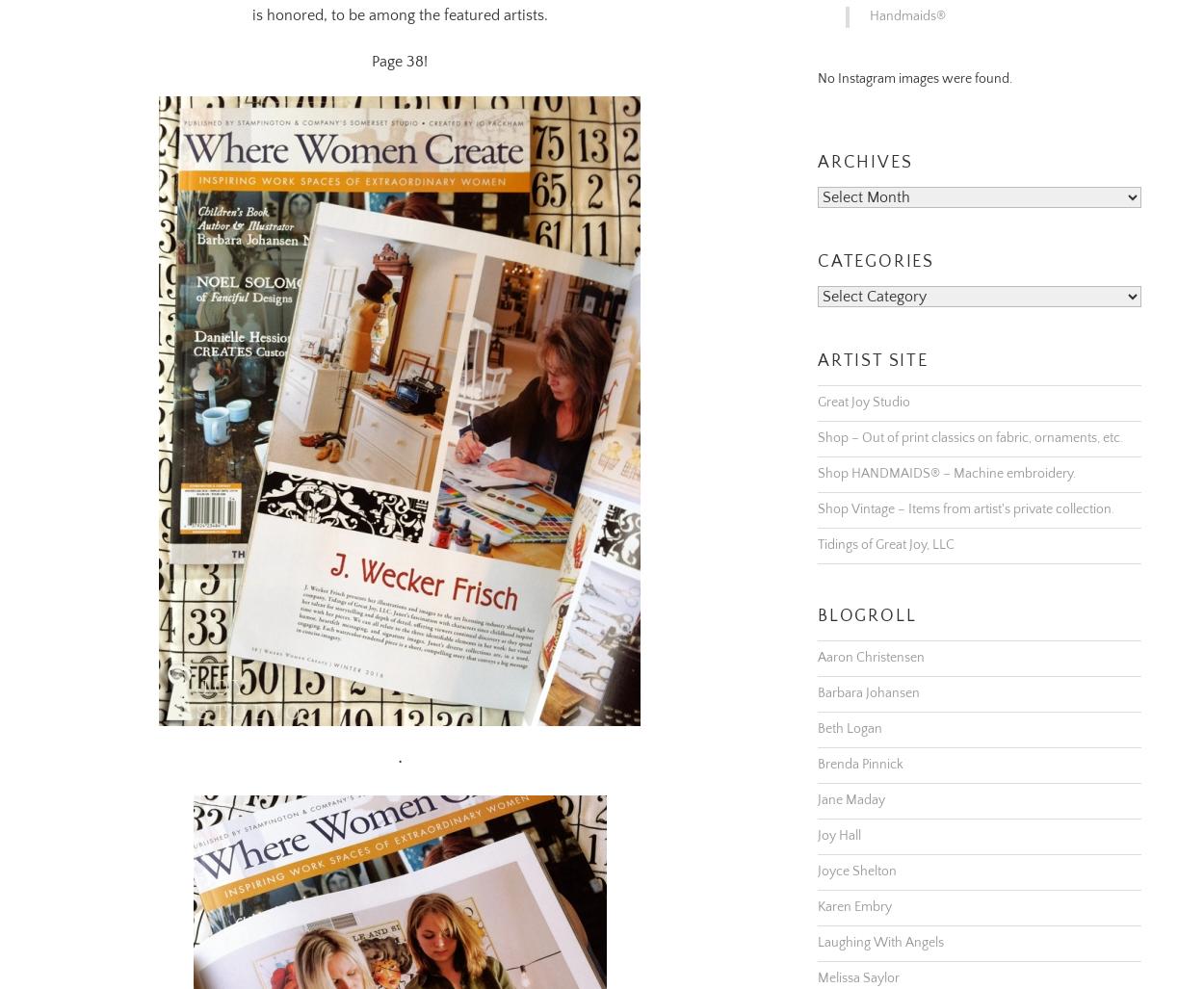 The height and width of the screenshot is (989, 1204). Describe the element at coordinates (946, 449) in the screenshot. I see `'Shop HANDMAIDS® – Machine embroidery.'` at that location.